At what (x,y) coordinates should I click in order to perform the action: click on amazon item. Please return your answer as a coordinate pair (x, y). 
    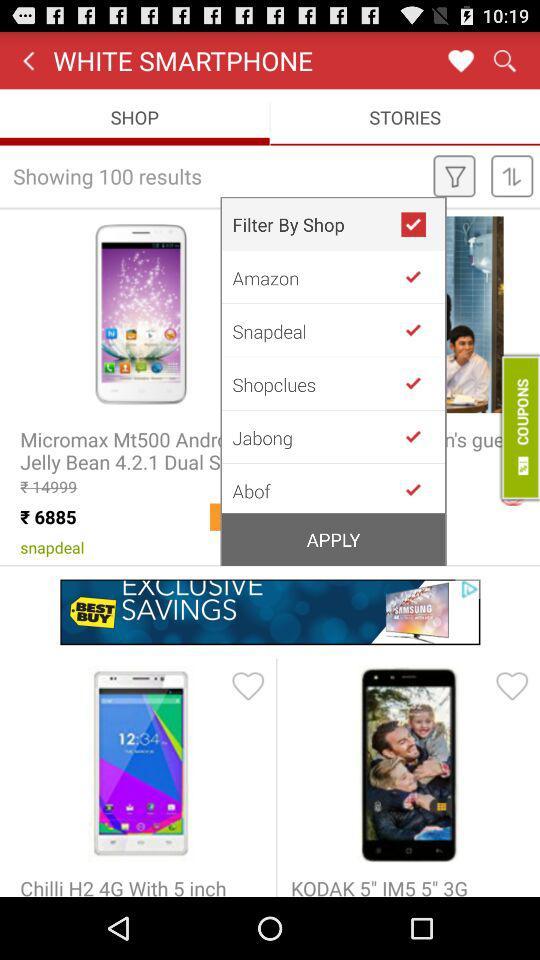
    Looking at the image, I should click on (316, 276).